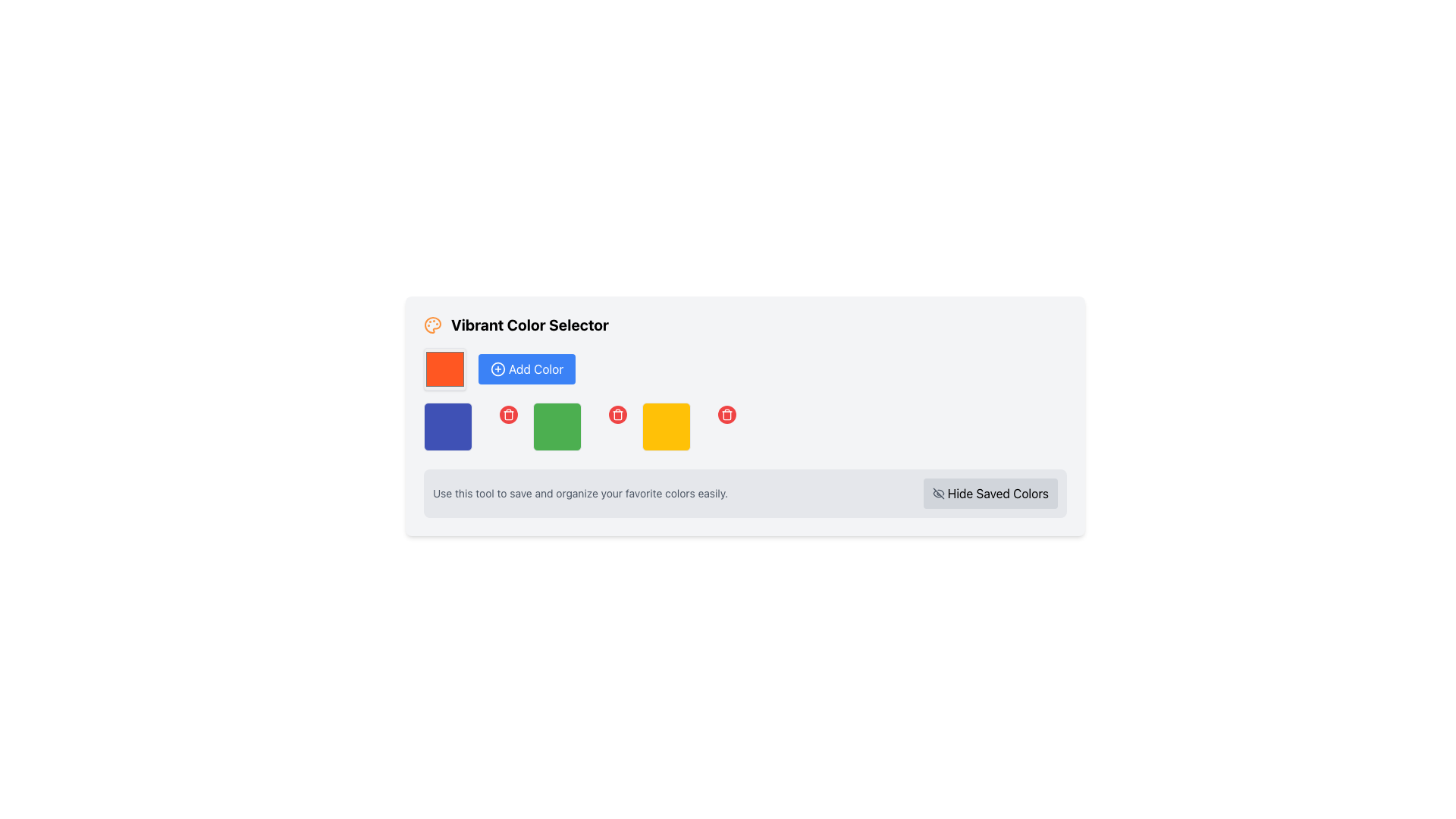 This screenshot has width=1456, height=819. I want to click on the delete button located at the top-right corner of the green color sample in the second column of the color grid, so click(618, 415).